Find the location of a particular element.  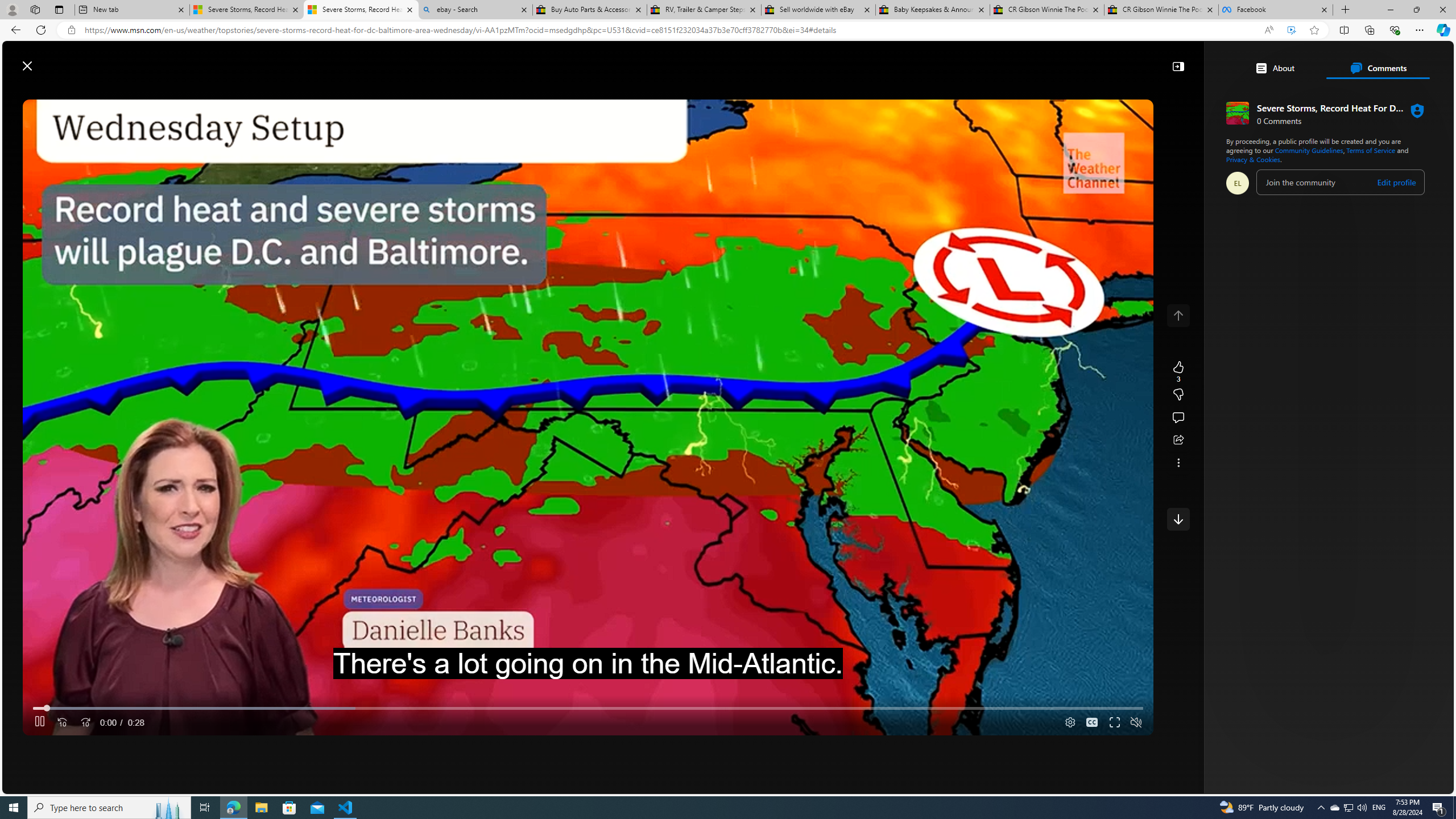

'Pause' is located at coordinates (39, 723).